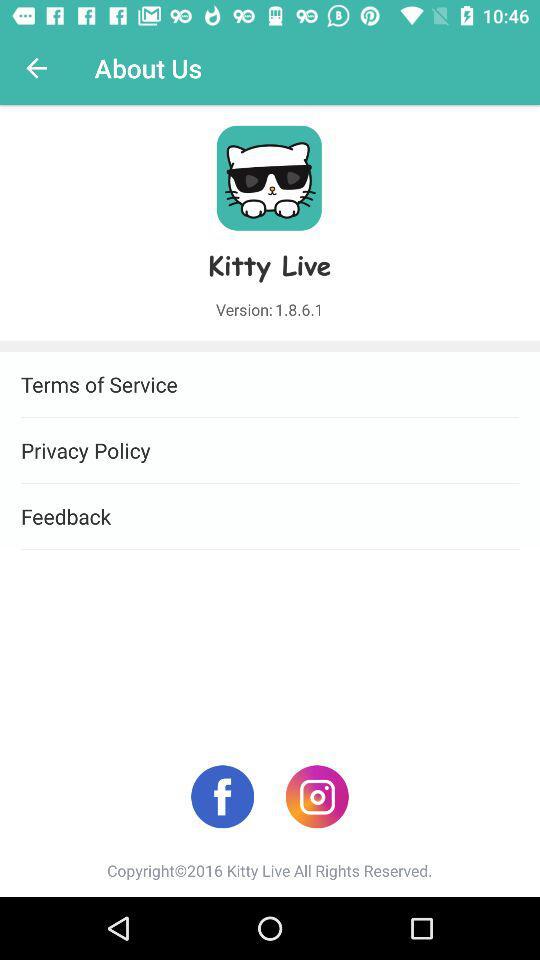  Describe the element at coordinates (221, 796) in the screenshot. I see `on facebook` at that location.